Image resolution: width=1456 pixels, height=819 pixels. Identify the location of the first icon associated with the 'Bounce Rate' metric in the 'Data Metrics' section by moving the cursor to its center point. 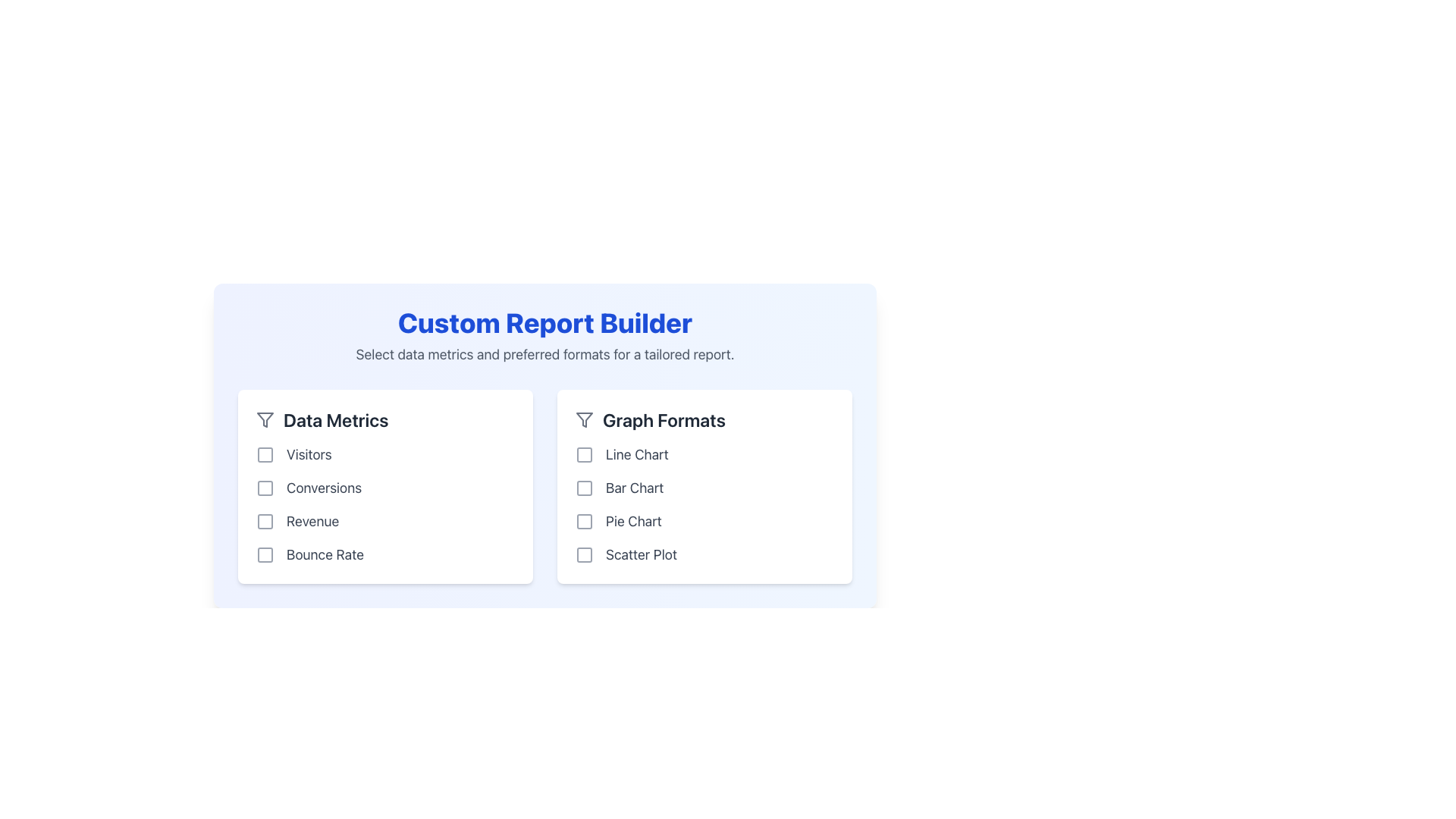
(265, 555).